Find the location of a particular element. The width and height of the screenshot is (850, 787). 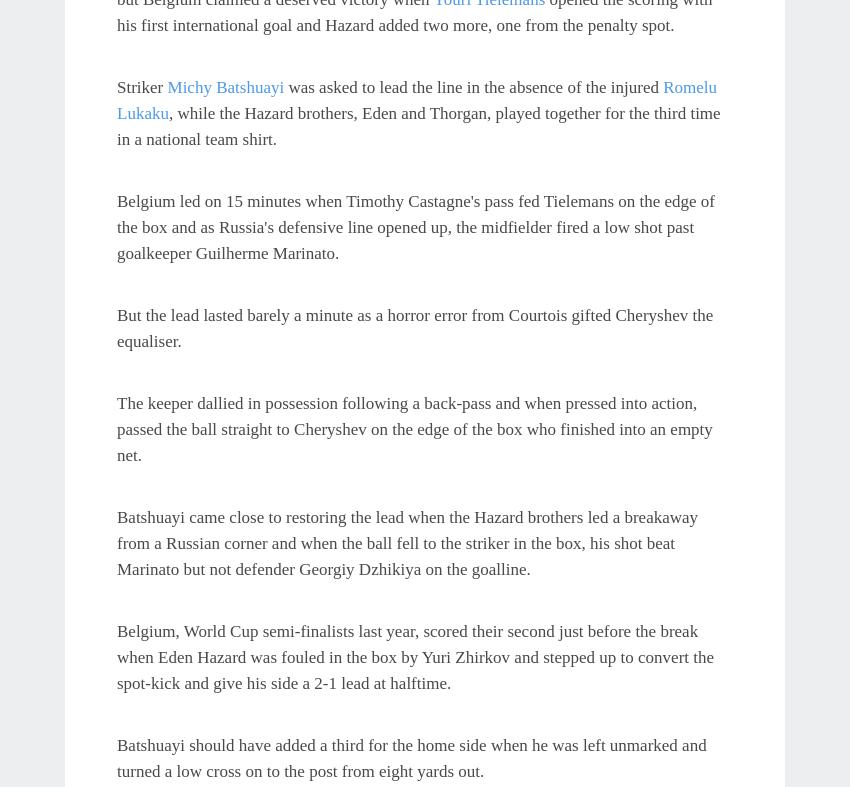

'The keeper dallied in possession following a back-pass and when pressed into action, passed the ball straight to Cheryshev on the edge of the box who finished into an empty net.' is located at coordinates (414, 428).